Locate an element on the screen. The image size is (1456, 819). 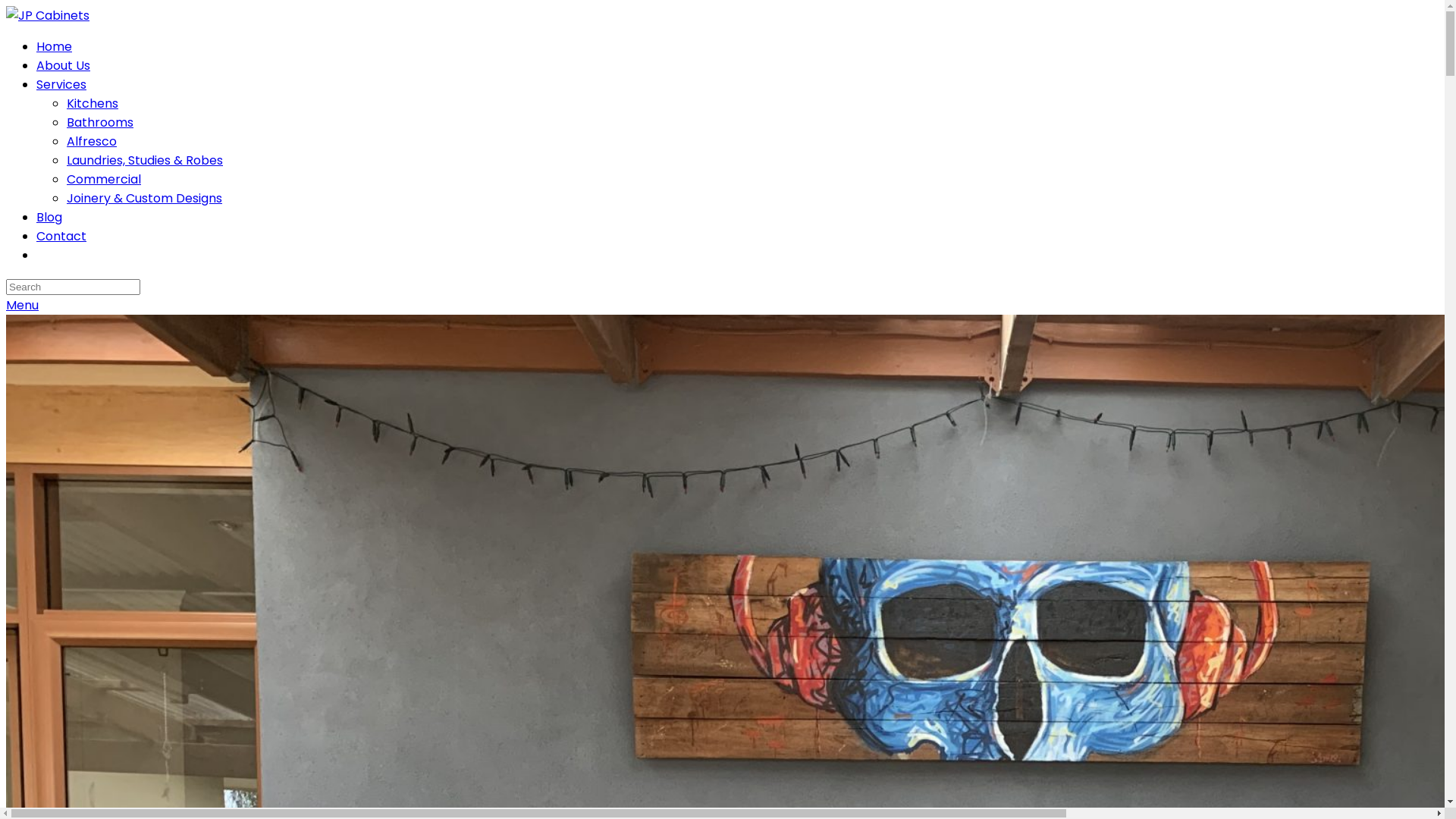
'Blog' is located at coordinates (36, 217).